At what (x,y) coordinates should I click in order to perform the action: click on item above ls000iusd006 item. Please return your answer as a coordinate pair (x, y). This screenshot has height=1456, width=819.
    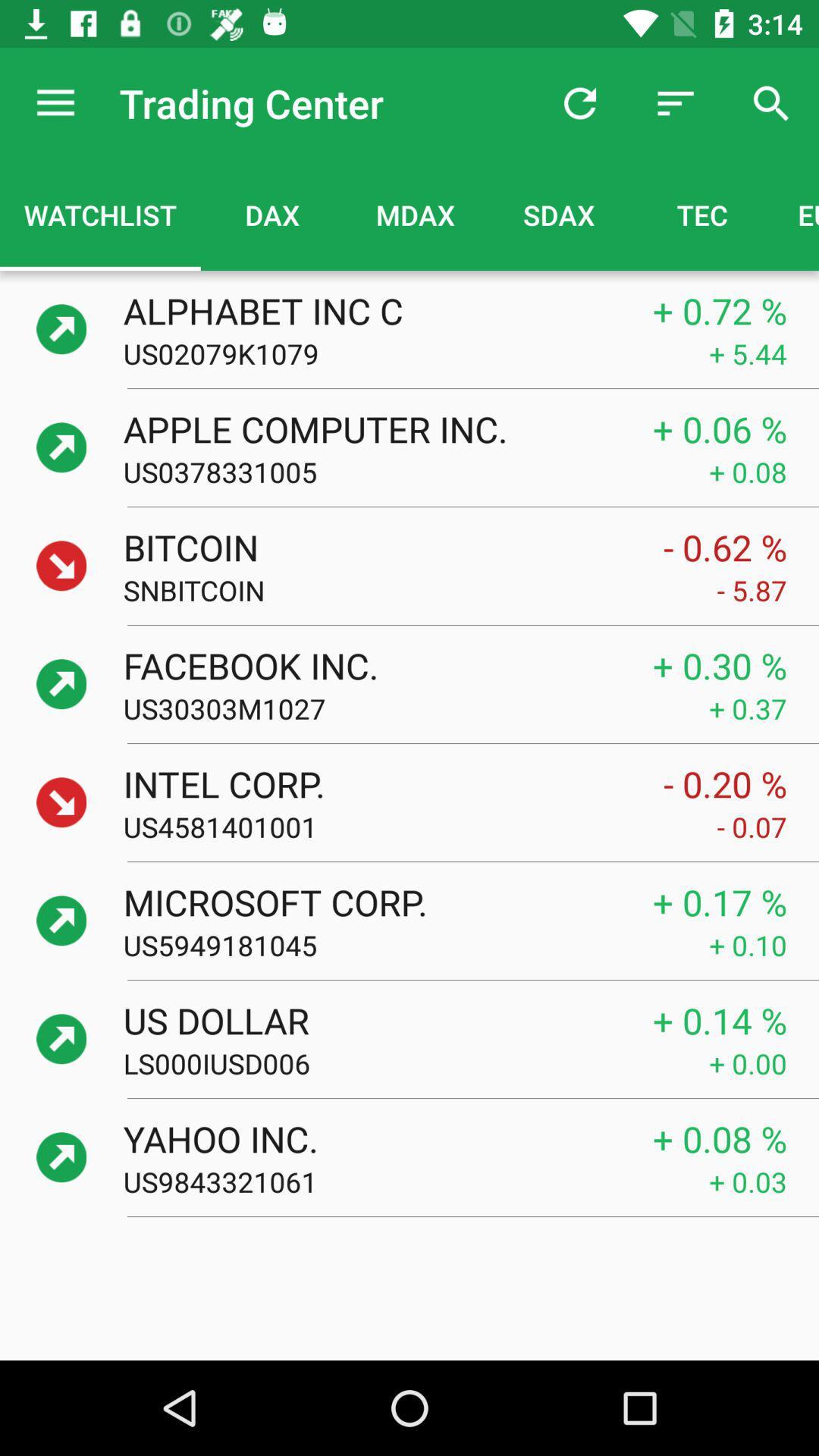
    Looking at the image, I should click on (372, 1020).